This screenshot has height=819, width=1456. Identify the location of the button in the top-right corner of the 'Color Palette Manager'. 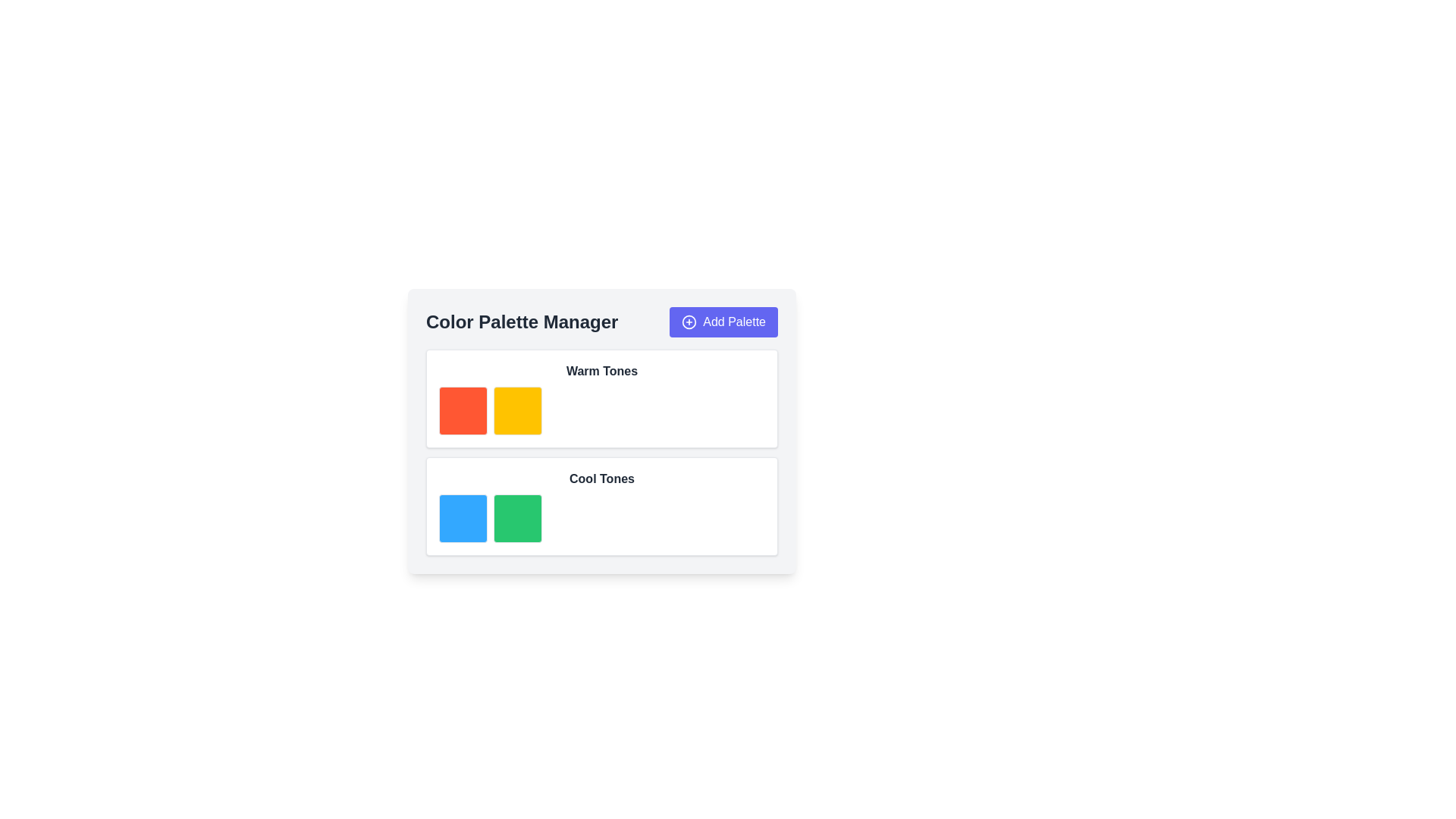
(723, 321).